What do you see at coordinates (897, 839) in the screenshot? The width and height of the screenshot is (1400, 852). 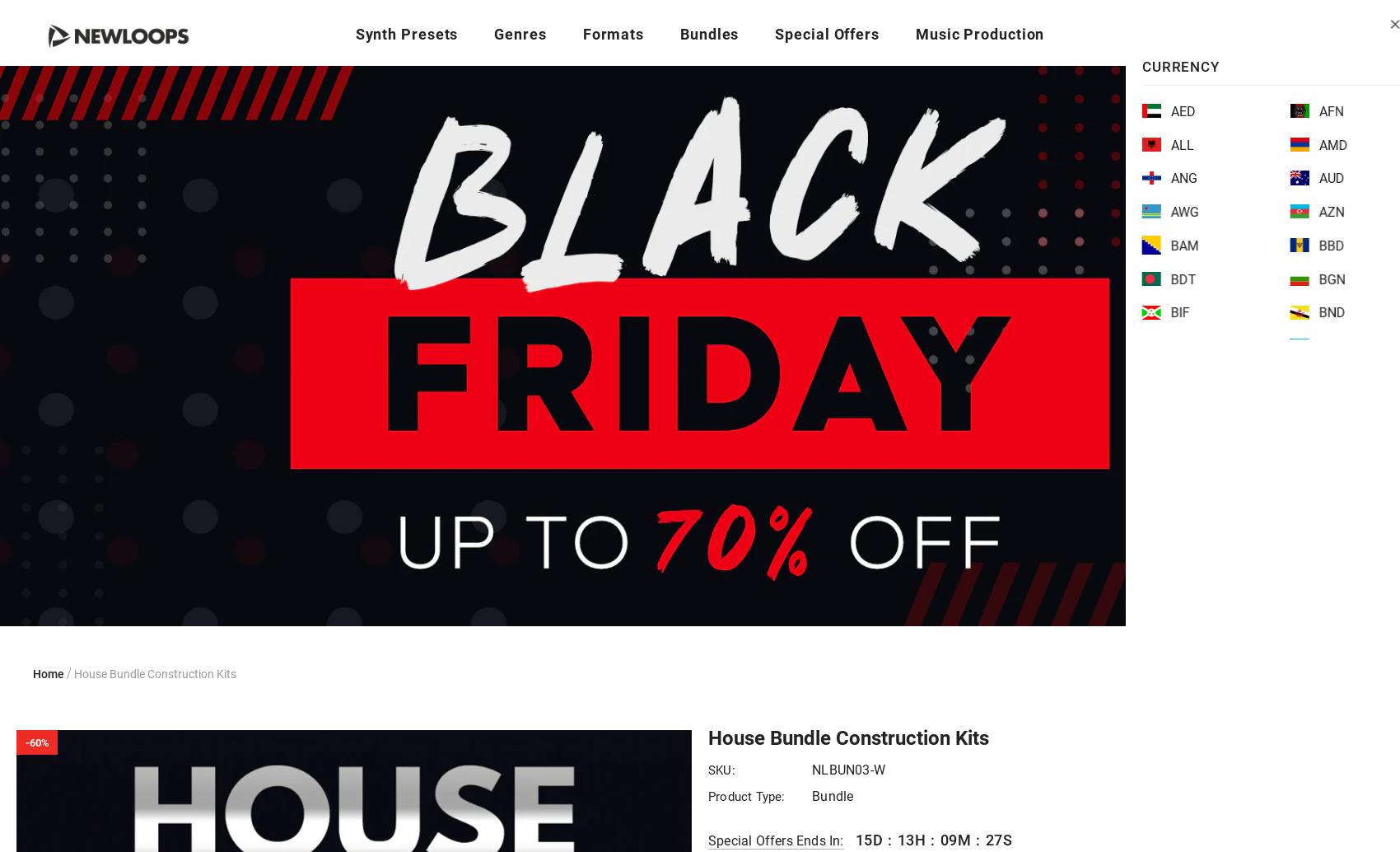 I see `'13'` at bounding box center [897, 839].